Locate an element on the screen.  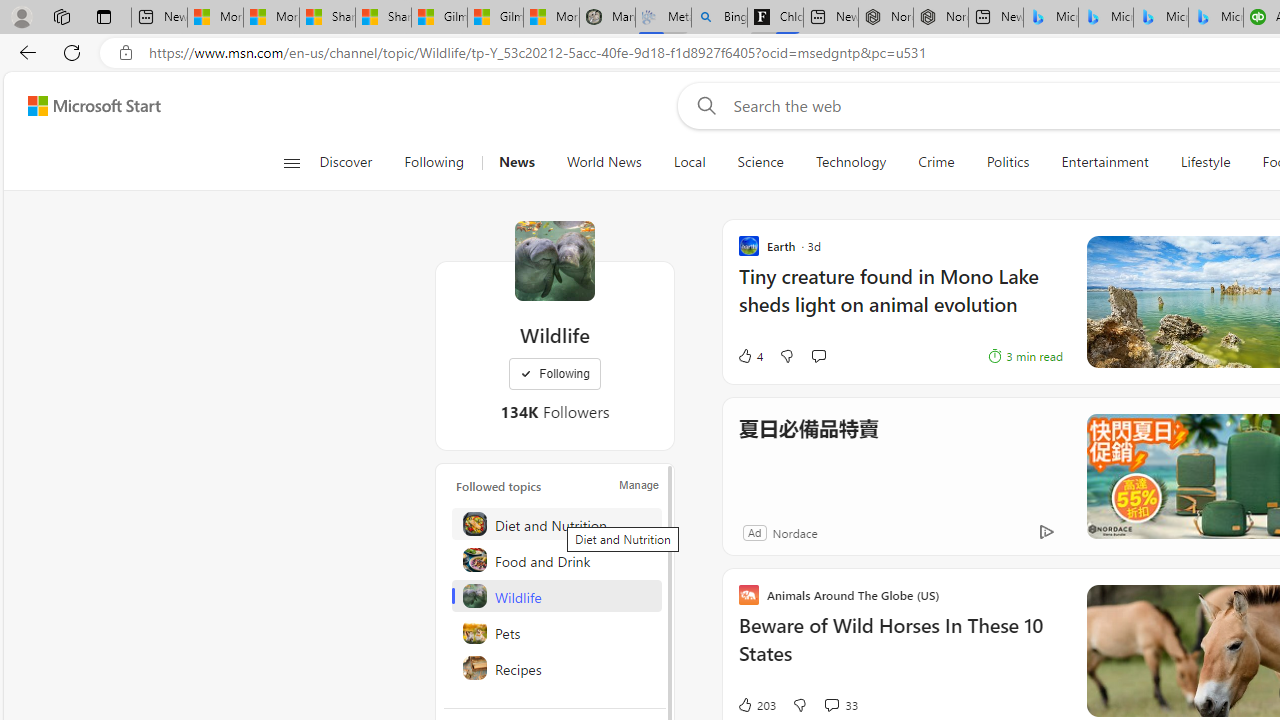
'Microsoft Bing Travel - Shangri-La Hotel Bangkok' is located at coordinates (1215, 17).